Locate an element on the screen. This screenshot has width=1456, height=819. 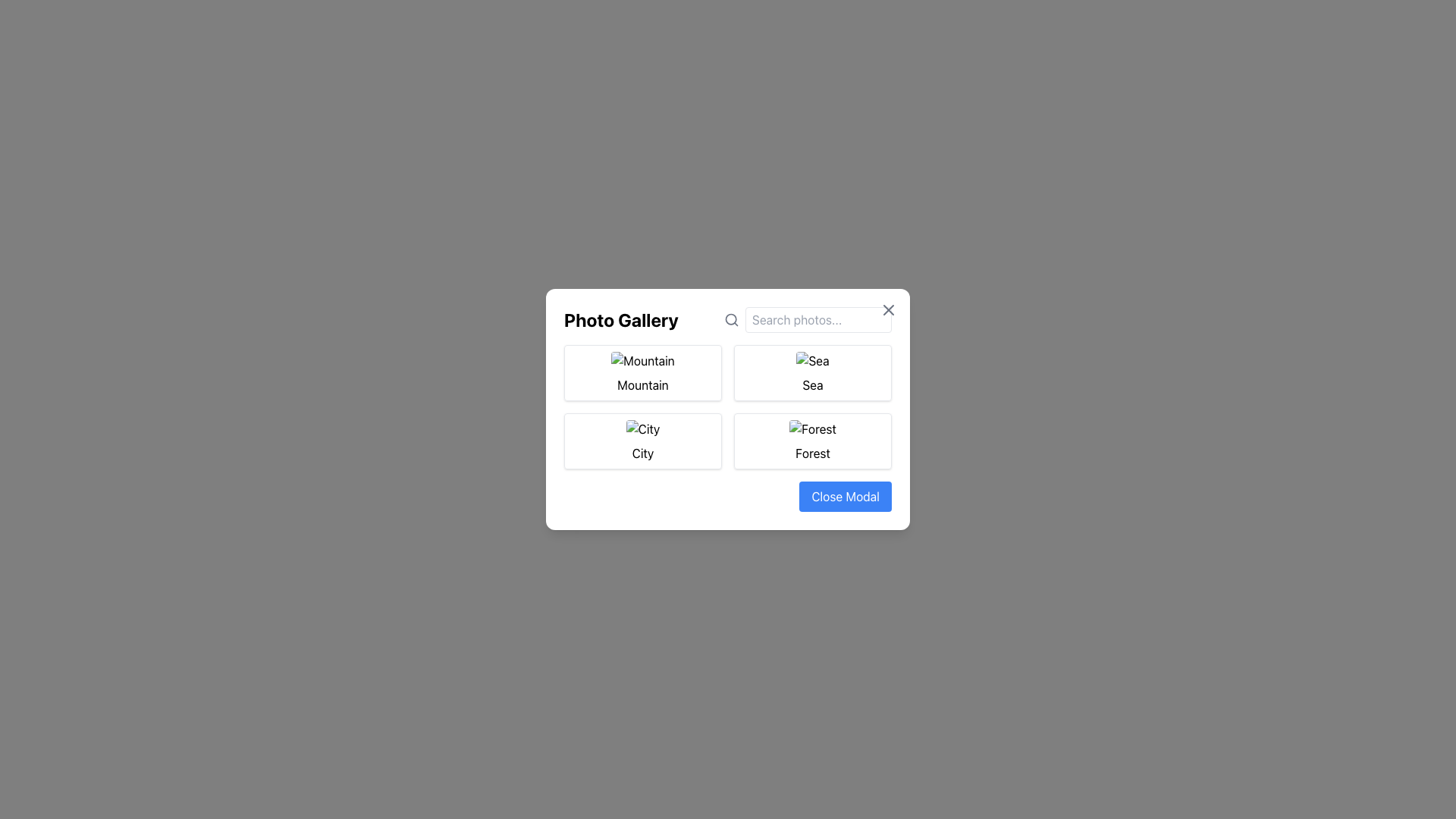
the mountain image in the Photo Gallery modal for selection or enlargement is located at coordinates (643, 360).